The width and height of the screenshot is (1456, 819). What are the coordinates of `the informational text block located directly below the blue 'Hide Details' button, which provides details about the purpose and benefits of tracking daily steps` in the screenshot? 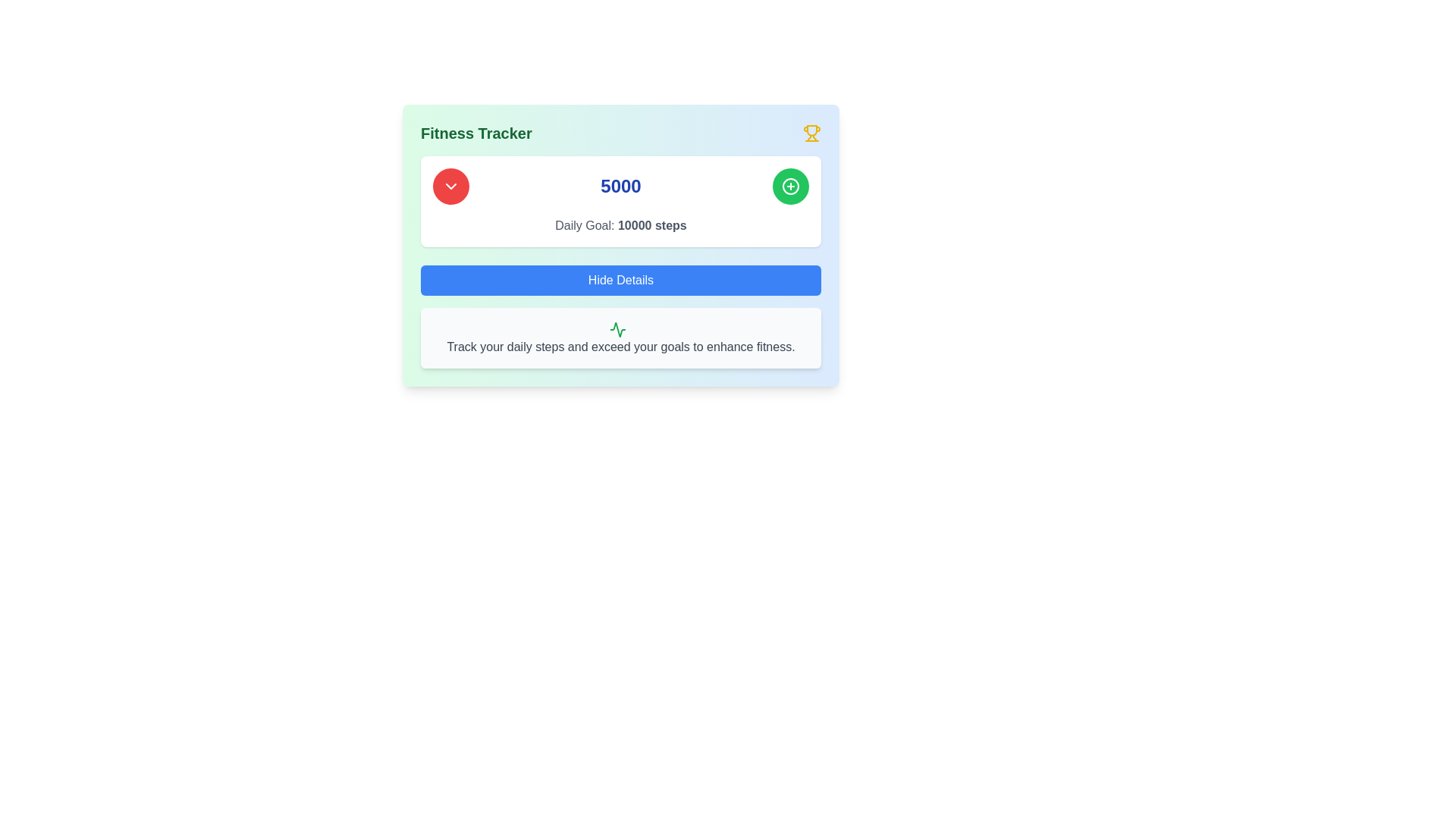 It's located at (621, 337).